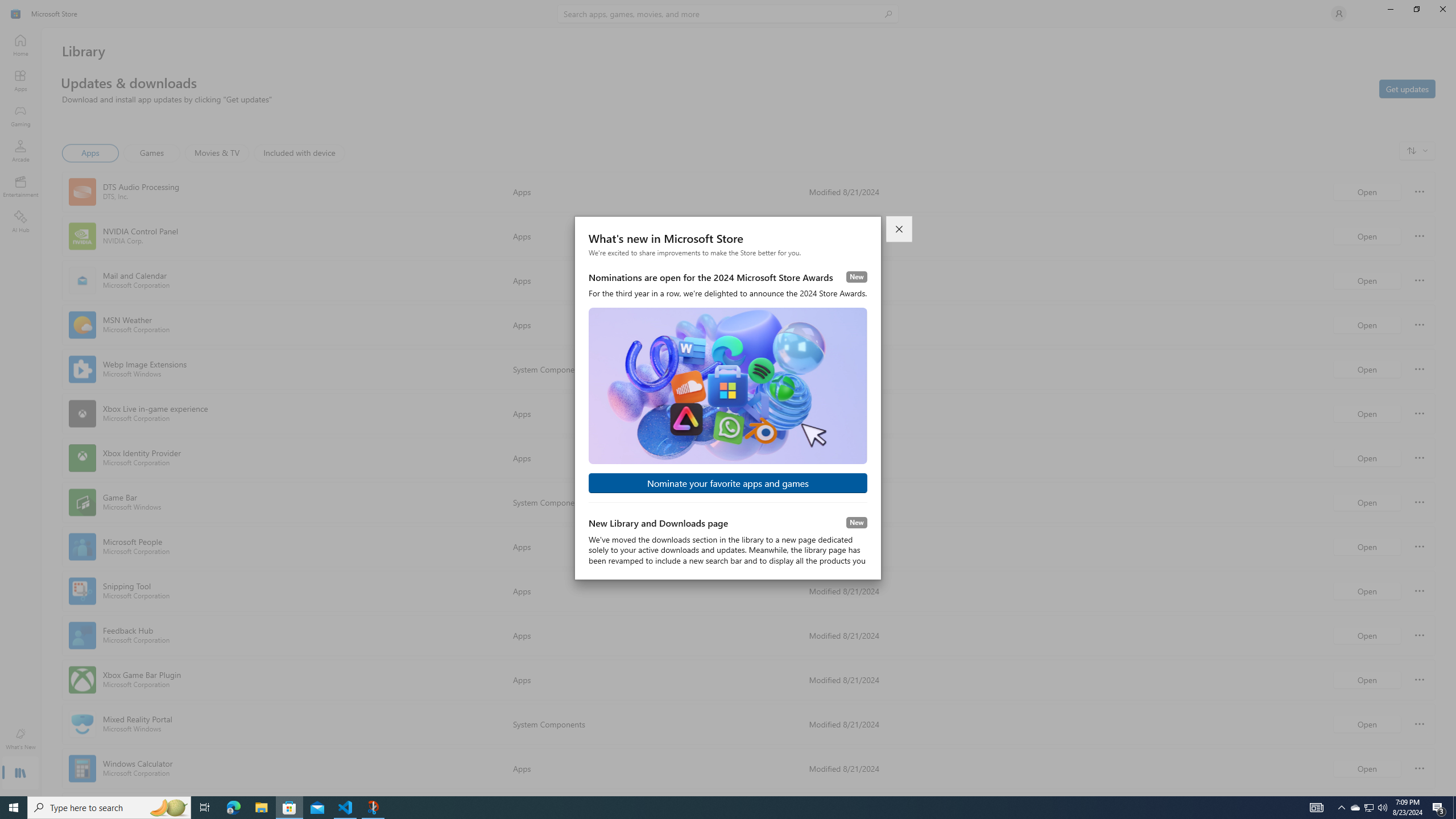 Image resolution: width=1456 pixels, height=819 pixels. What do you see at coordinates (1338, 13) in the screenshot?
I see `'User profile'` at bounding box center [1338, 13].